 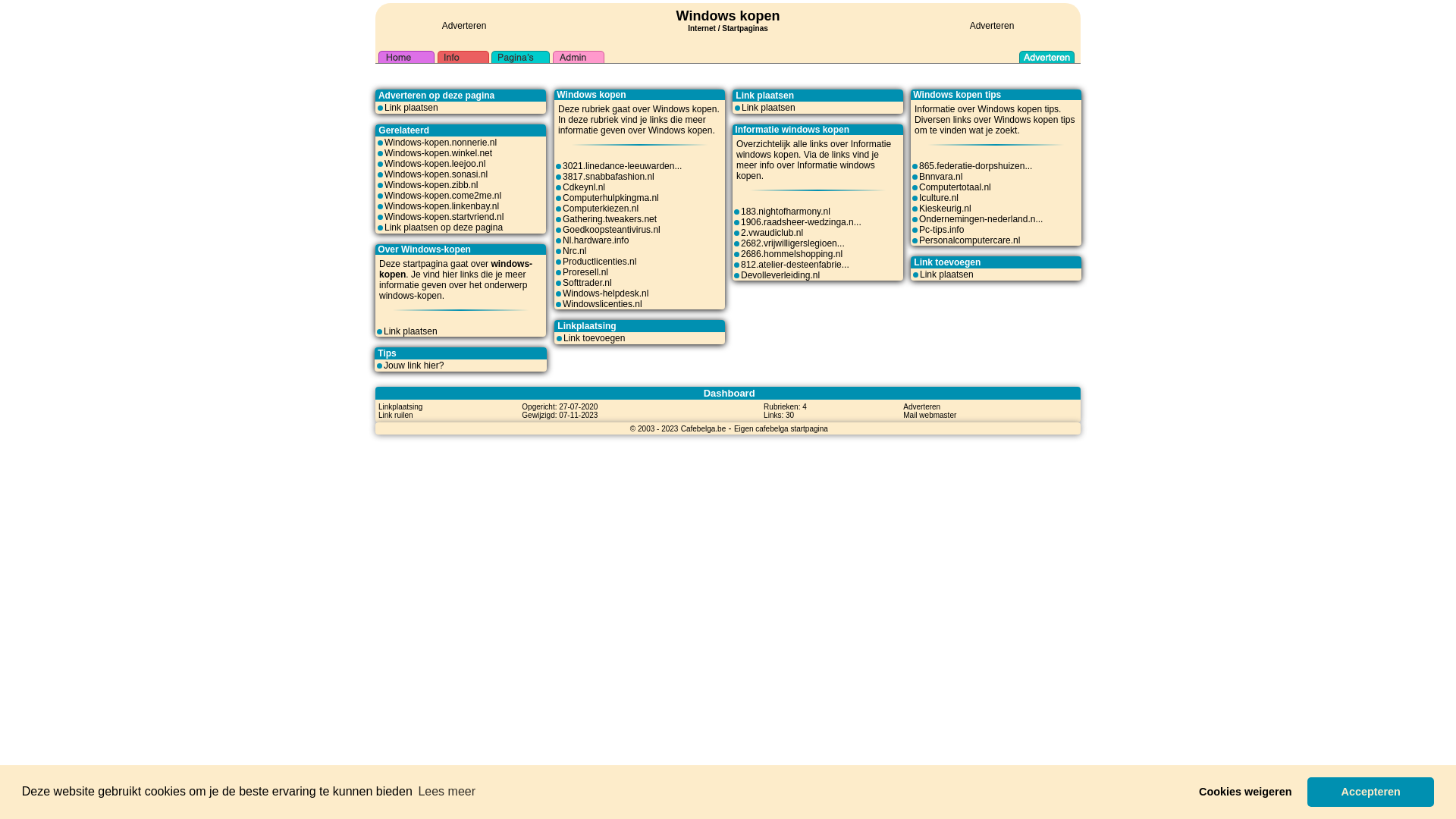 I want to click on 'Ondernemingen-nederland.n...', so click(x=981, y=219).